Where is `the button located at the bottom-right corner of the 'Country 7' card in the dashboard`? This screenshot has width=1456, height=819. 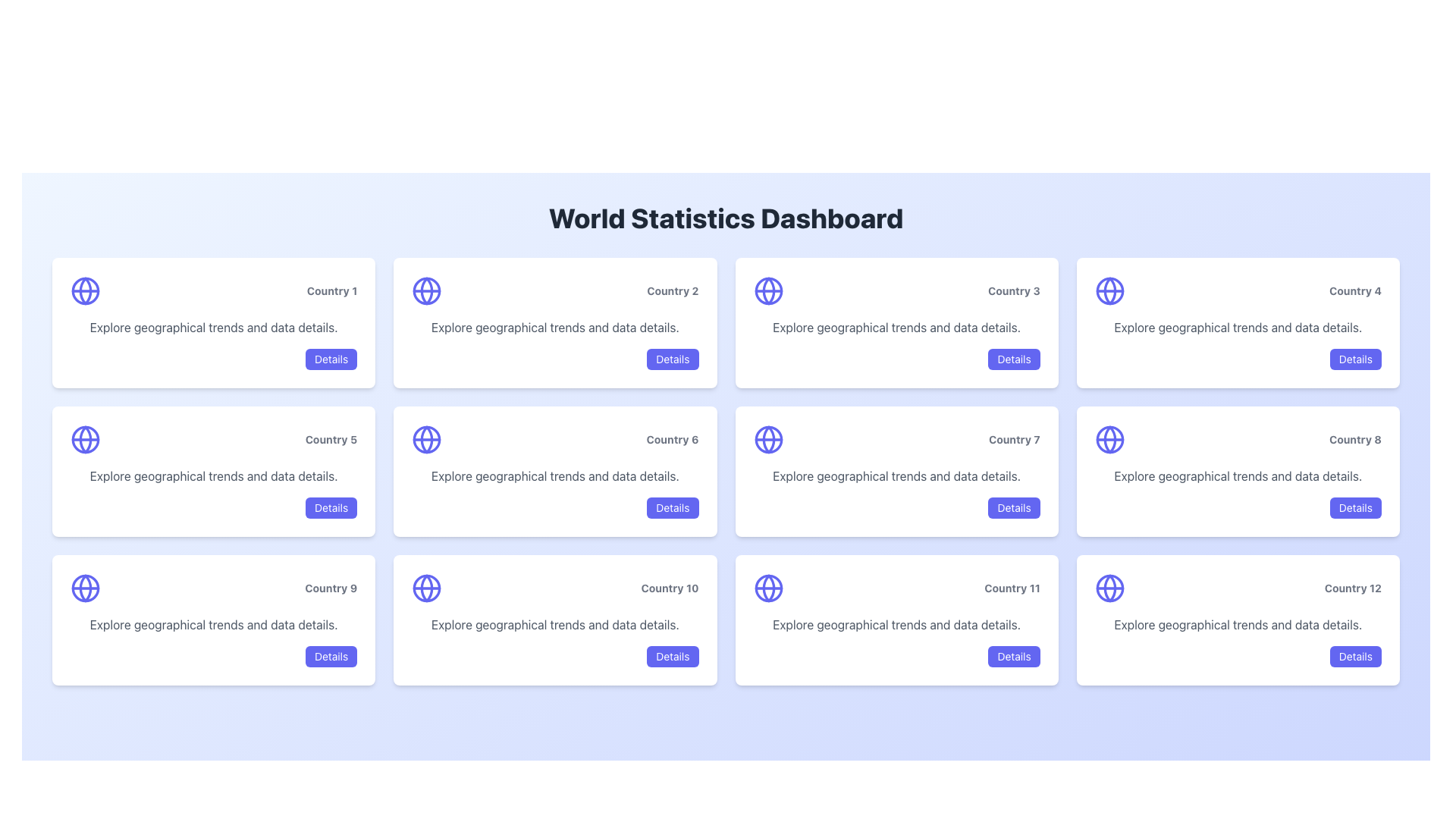
the button located at the bottom-right corner of the 'Country 7' card in the dashboard is located at coordinates (1014, 508).